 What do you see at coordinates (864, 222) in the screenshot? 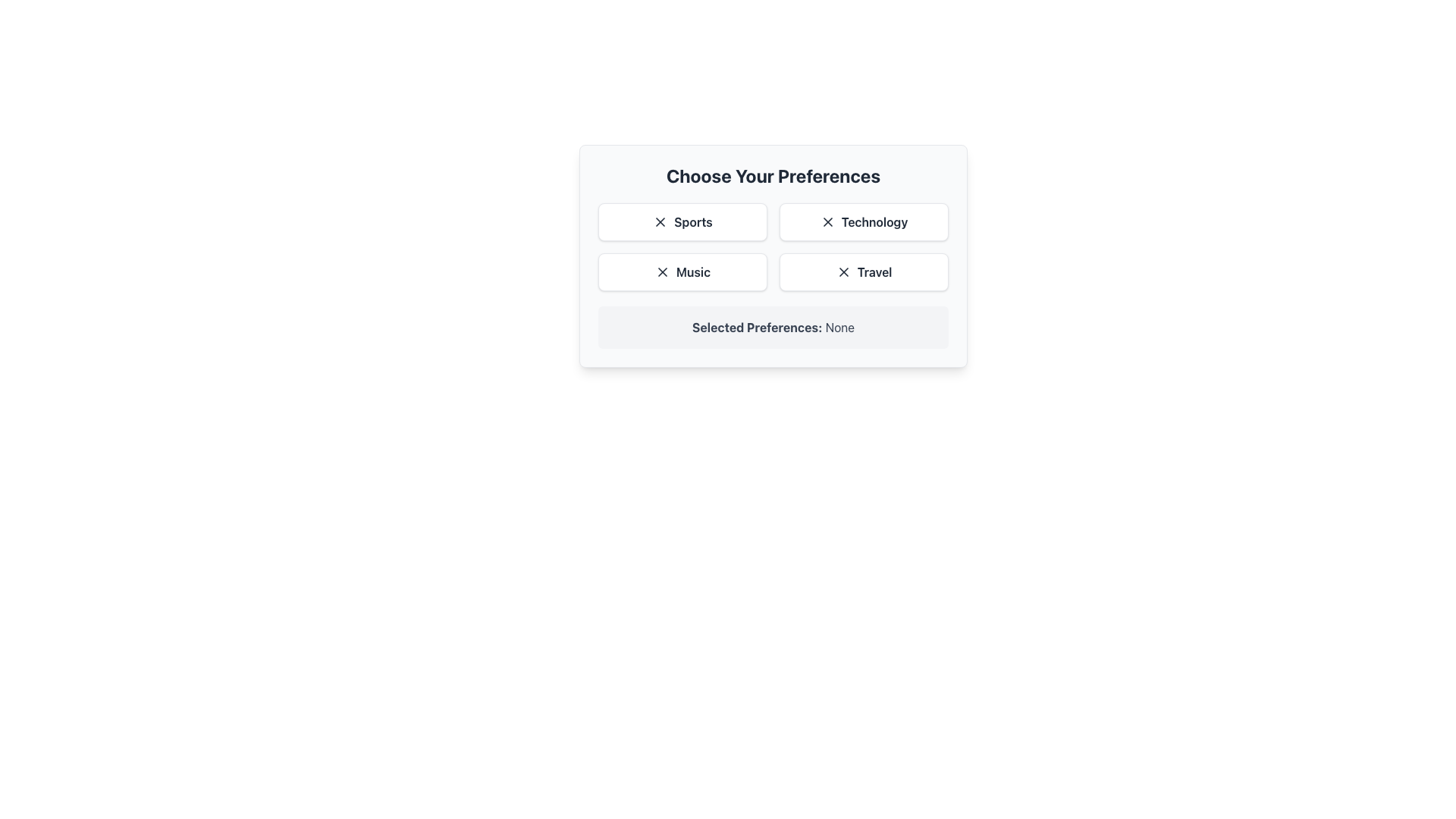
I see `the 'Technology' preference button located in the first row, second position of a 2x2 grid layout` at bounding box center [864, 222].